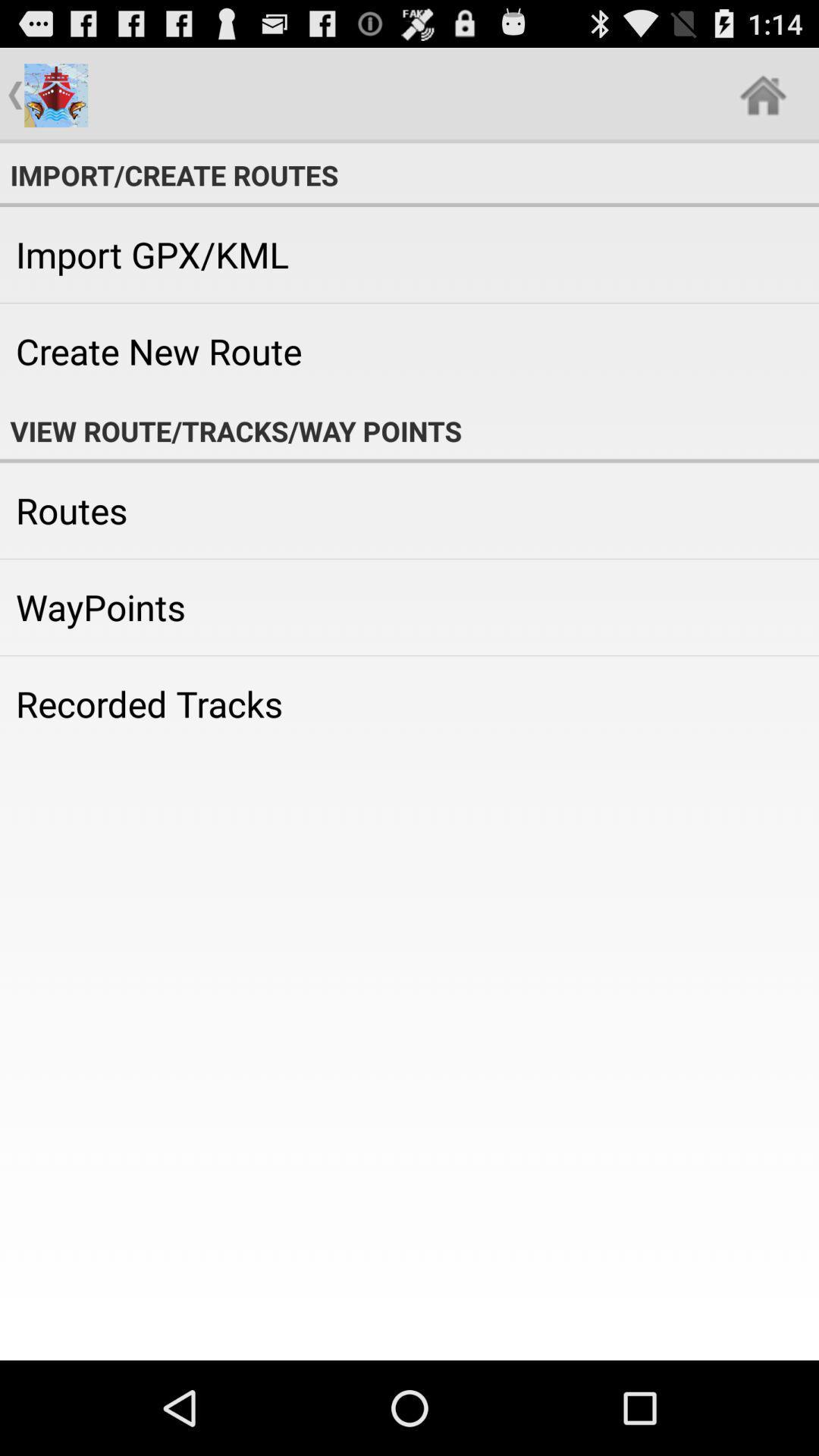 The image size is (819, 1456). What do you see at coordinates (409, 350) in the screenshot?
I see `item below import gpx/kml` at bounding box center [409, 350].